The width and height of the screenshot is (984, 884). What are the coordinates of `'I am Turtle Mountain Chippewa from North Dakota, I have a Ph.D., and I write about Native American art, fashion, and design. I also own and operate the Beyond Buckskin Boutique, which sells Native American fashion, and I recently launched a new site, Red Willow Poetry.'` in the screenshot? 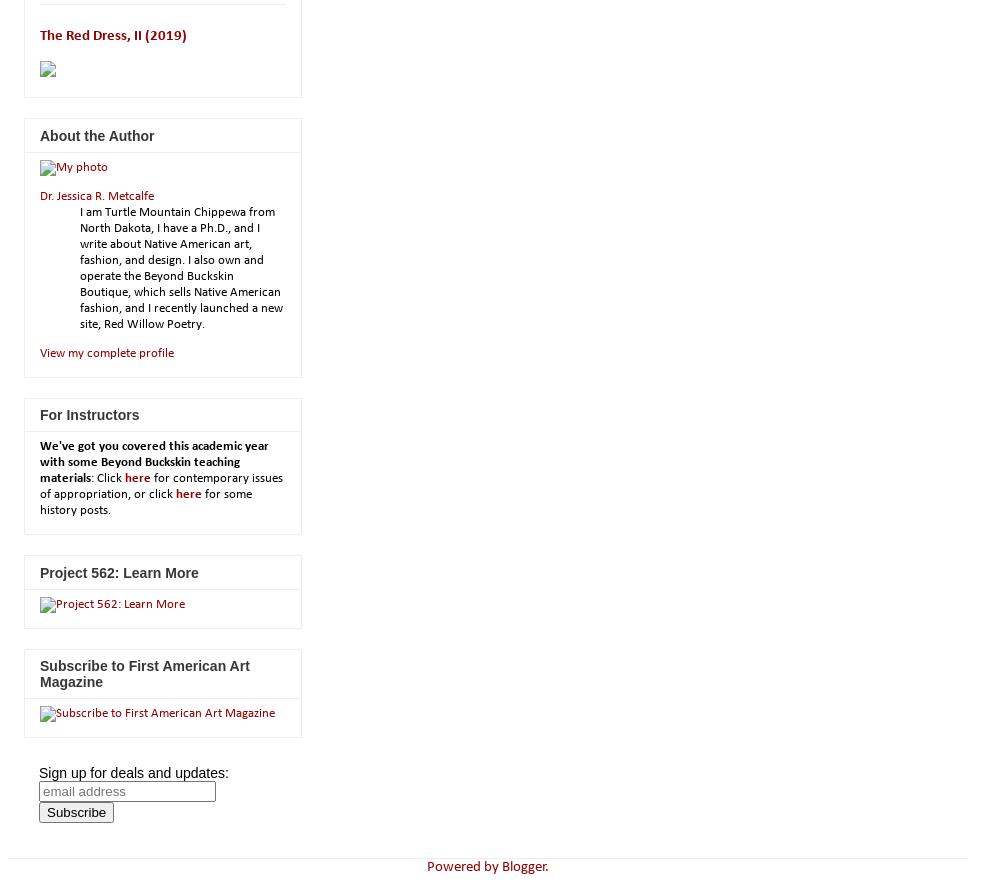 It's located at (78, 266).